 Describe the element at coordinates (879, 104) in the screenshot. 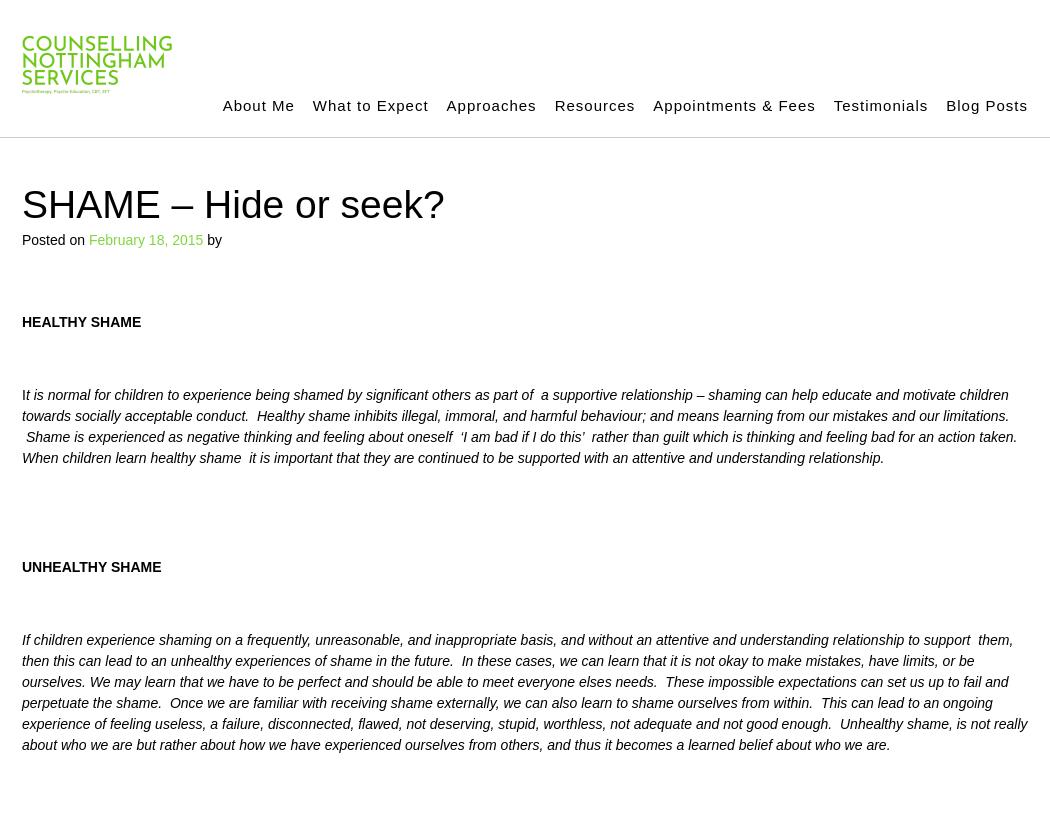

I see `'Testimonials'` at that location.